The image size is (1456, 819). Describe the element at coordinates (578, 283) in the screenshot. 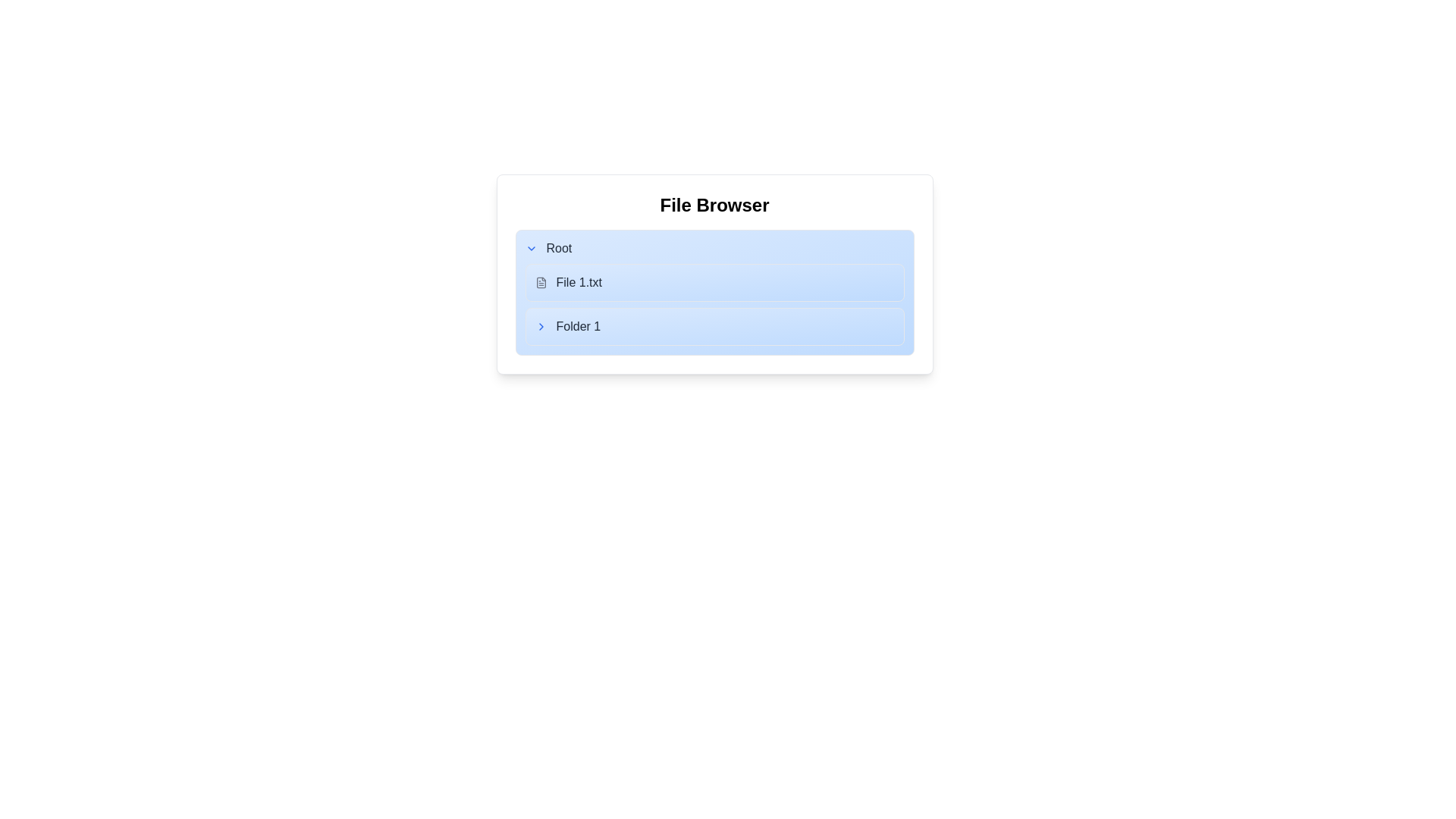

I see `the text label displaying 'File 1.txt' which is styled with medium weight font and gray color, located within a file browser interface above the 'Folder 1' label` at that location.